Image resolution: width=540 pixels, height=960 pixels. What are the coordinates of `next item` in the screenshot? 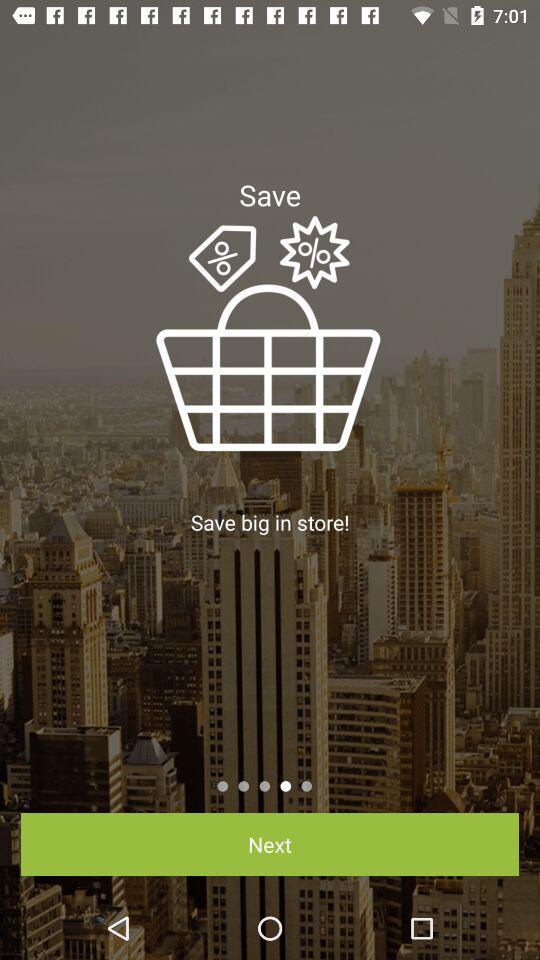 It's located at (270, 843).